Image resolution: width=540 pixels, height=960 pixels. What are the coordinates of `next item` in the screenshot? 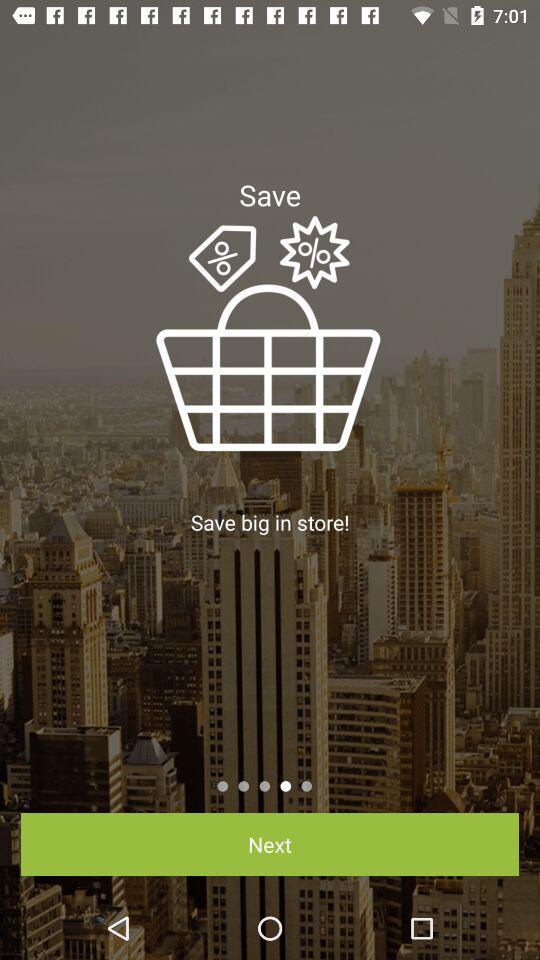 It's located at (270, 843).